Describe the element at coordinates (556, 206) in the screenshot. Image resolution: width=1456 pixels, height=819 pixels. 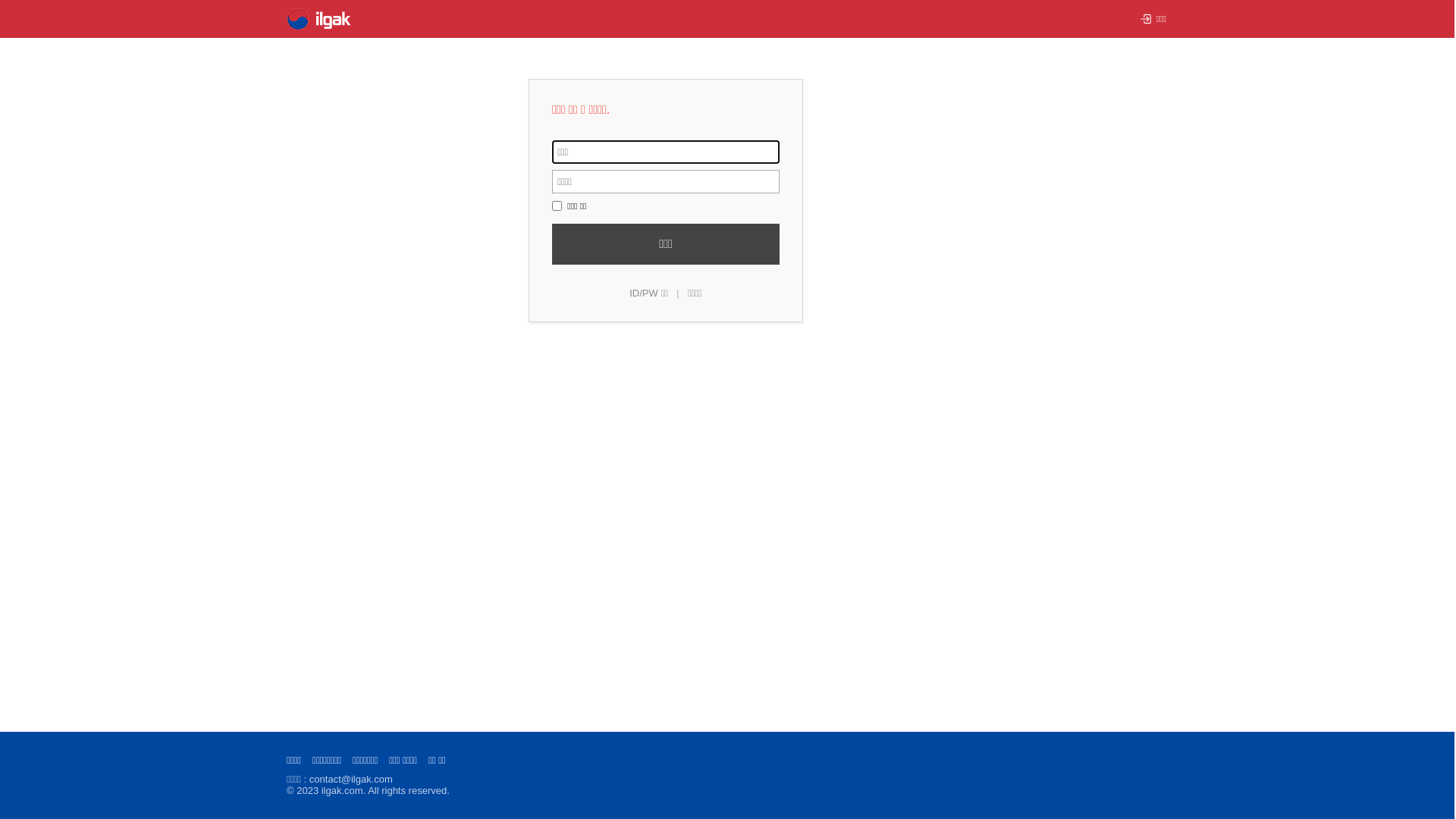
I see `'Y'` at that location.